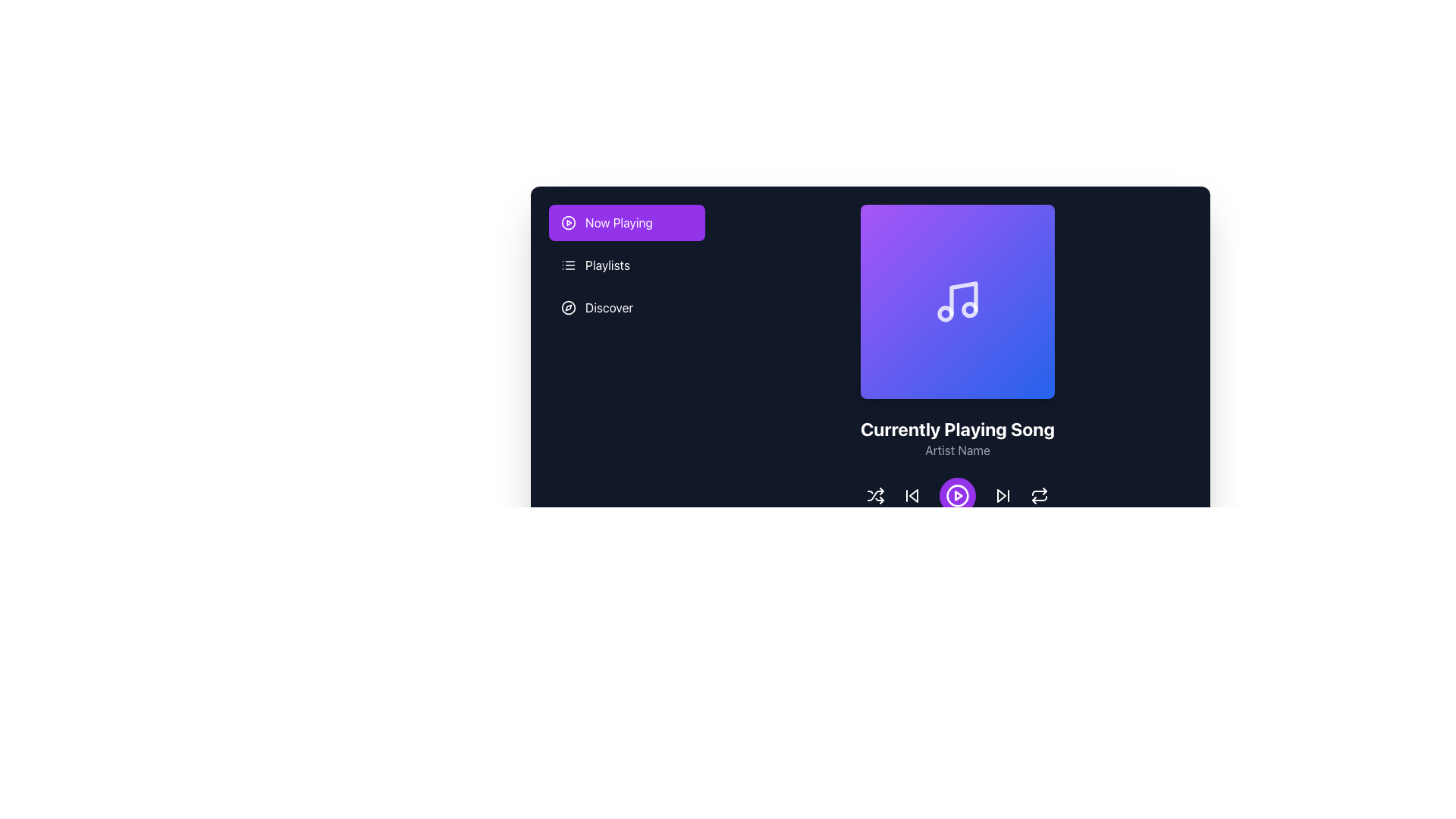 This screenshot has height=819, width=1456. What do you see at coordinates (876, 496) in the screenshot?
I see `the shuffle button located centrally in the control bar` at bounding box center [876, 496].